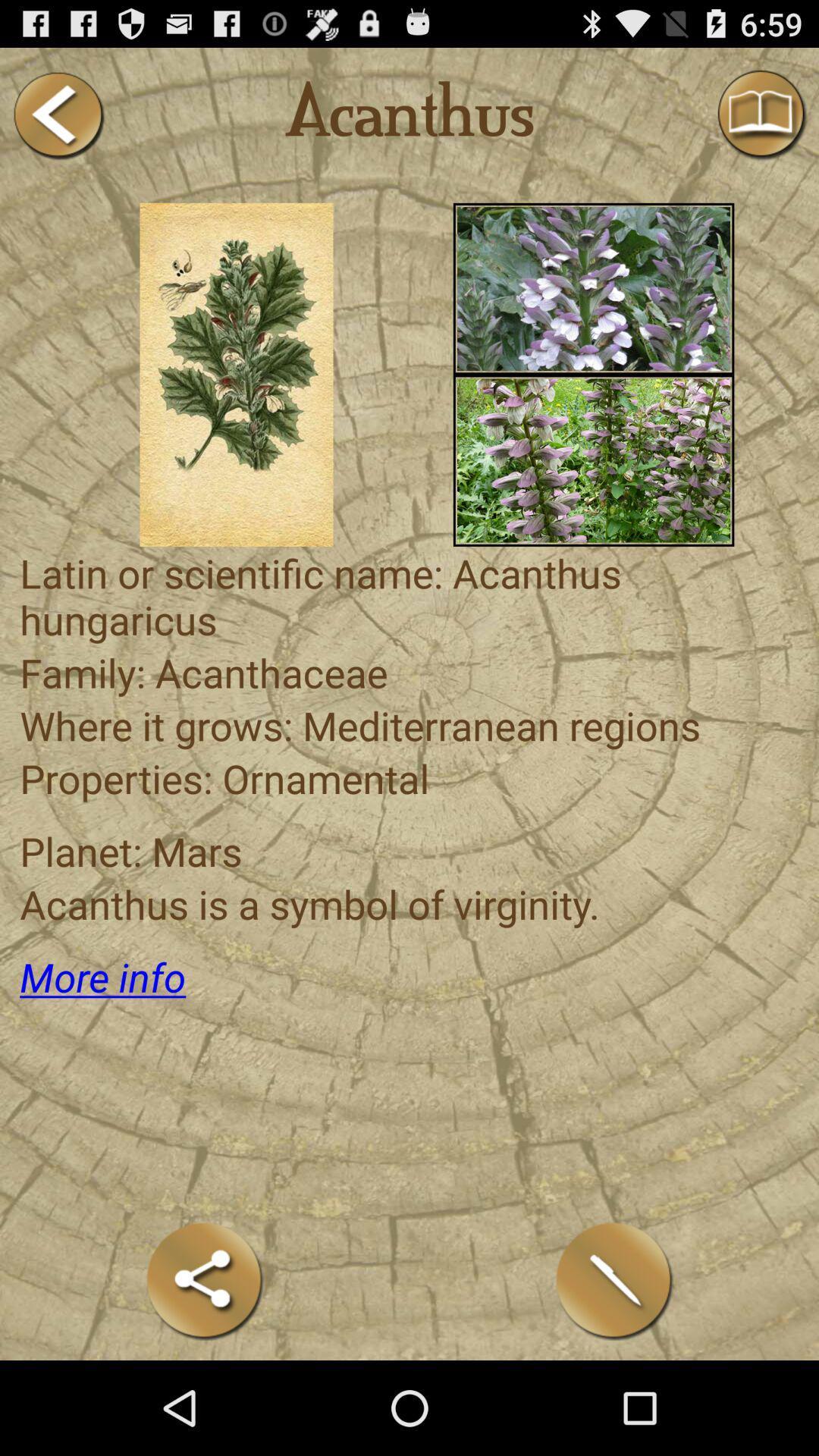  Describe the element at coordinates (593, 288) in the screenshot. I see `open photo` at that location.